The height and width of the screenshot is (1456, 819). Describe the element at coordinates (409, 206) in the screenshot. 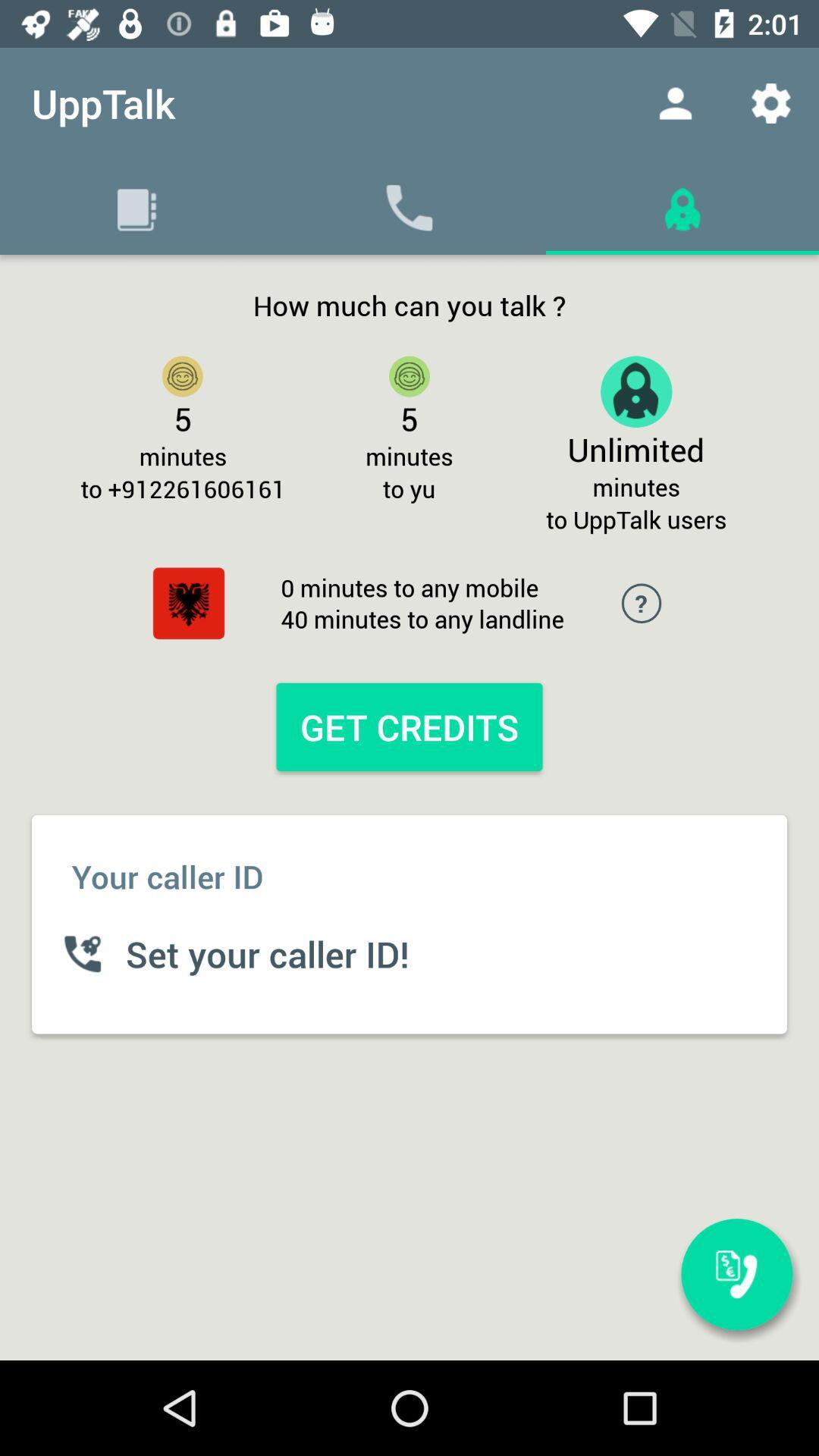

I see `phone icon` at that location.